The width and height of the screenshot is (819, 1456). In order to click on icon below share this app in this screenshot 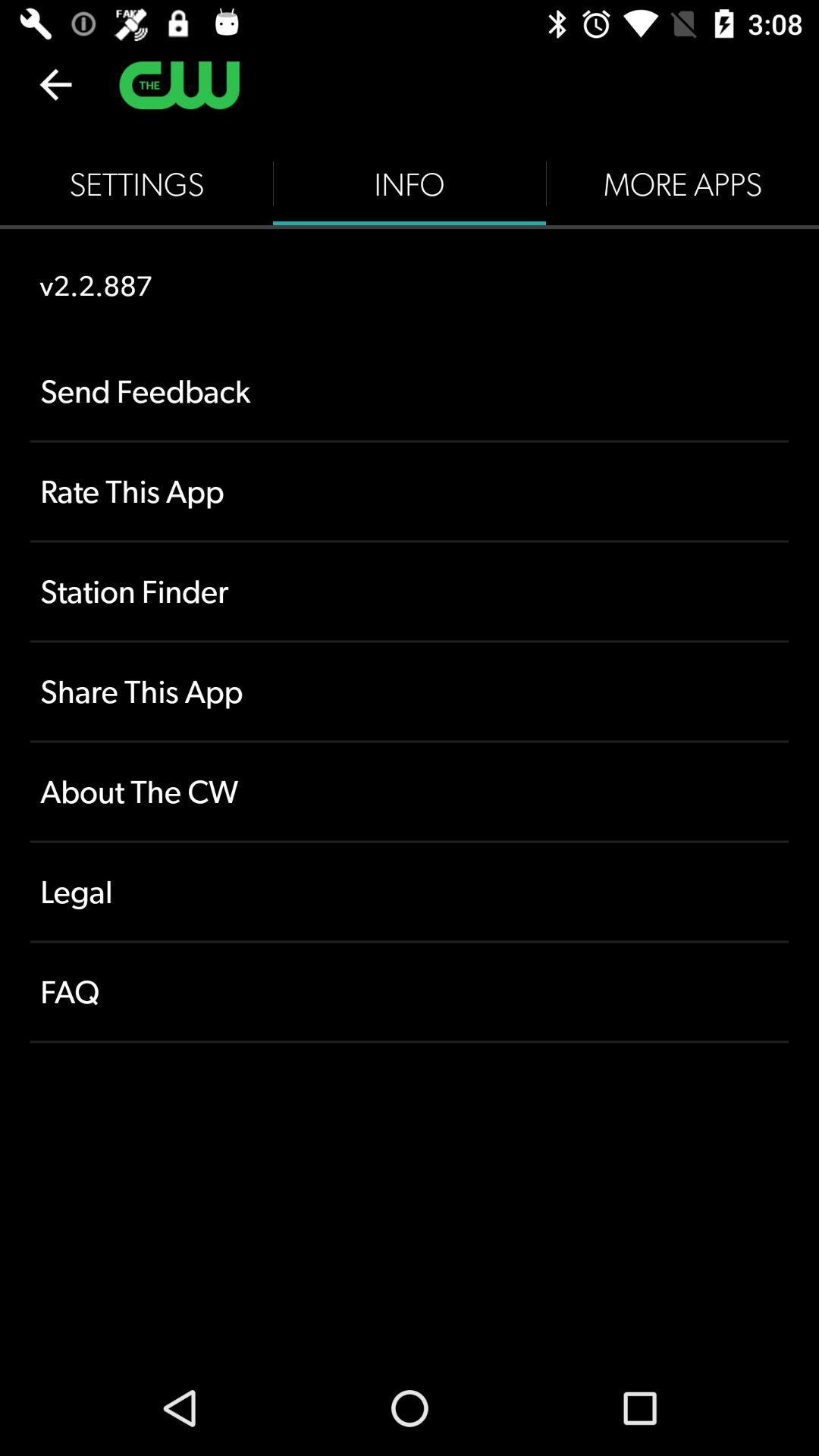, I will do `click(409, 791)`.